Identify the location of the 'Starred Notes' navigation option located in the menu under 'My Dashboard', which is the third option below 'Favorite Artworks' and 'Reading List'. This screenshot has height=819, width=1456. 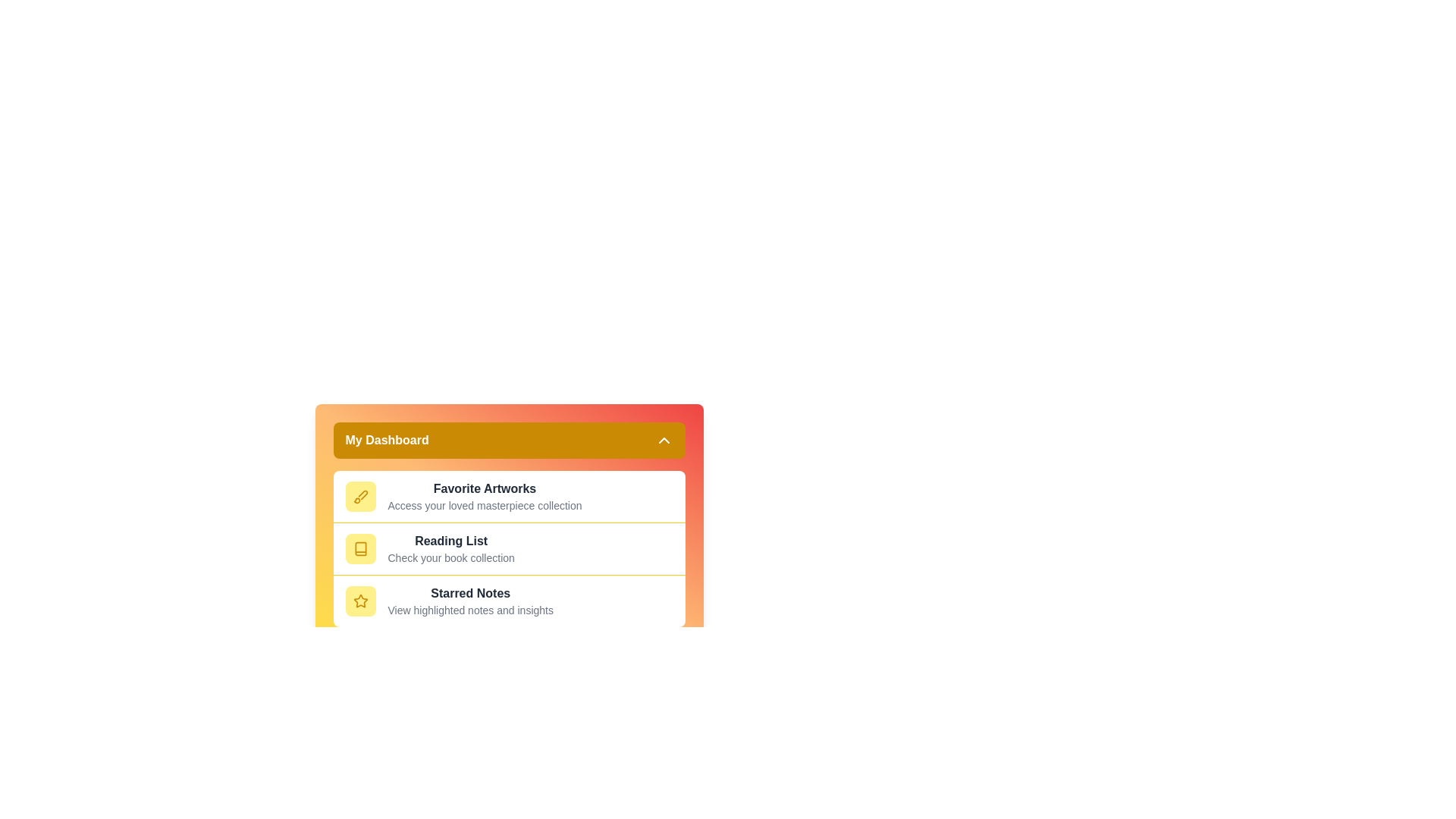
(469, 601).